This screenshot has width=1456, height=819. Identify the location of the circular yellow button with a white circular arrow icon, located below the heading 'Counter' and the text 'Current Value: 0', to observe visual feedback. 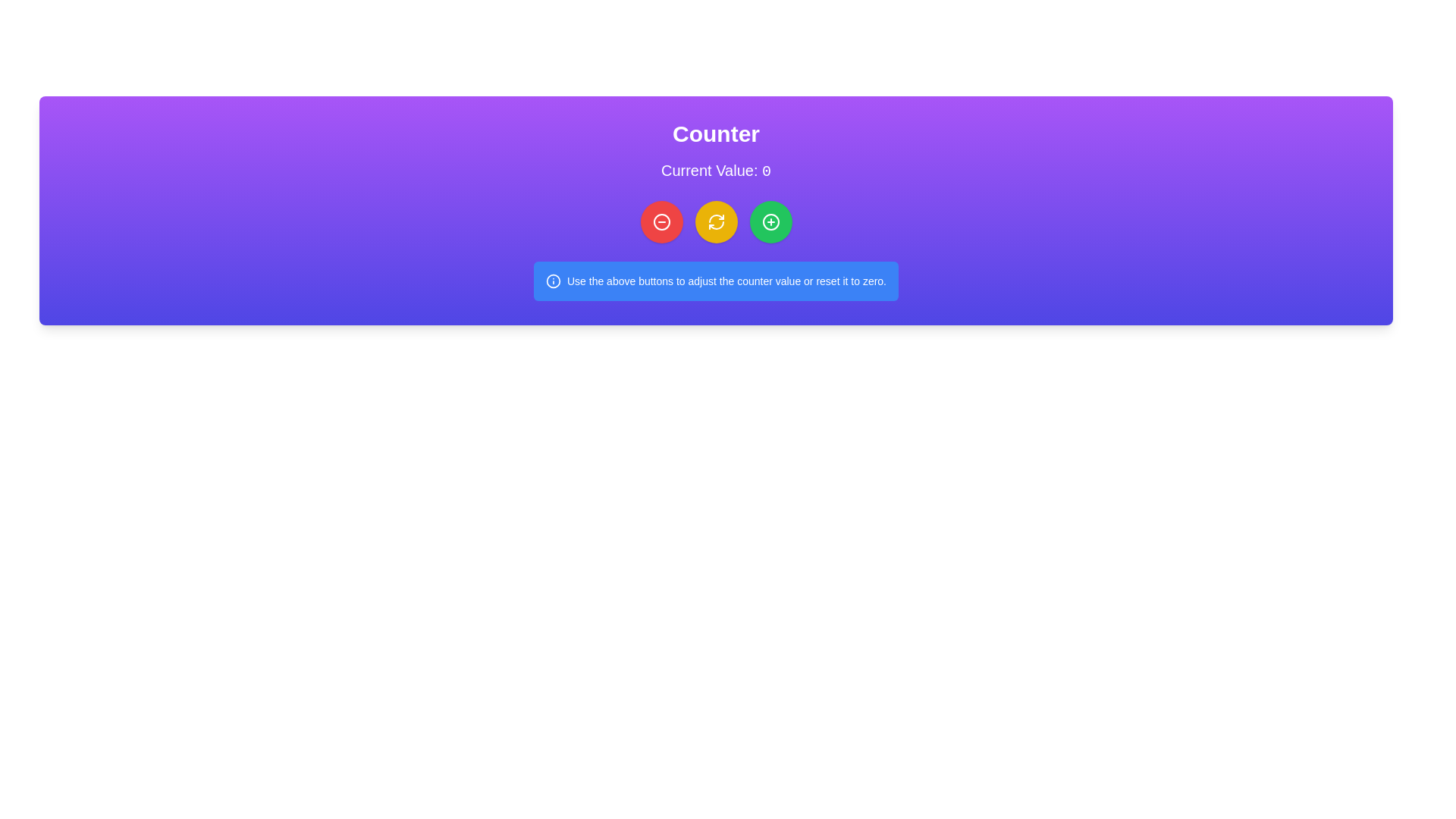
(715, 222).